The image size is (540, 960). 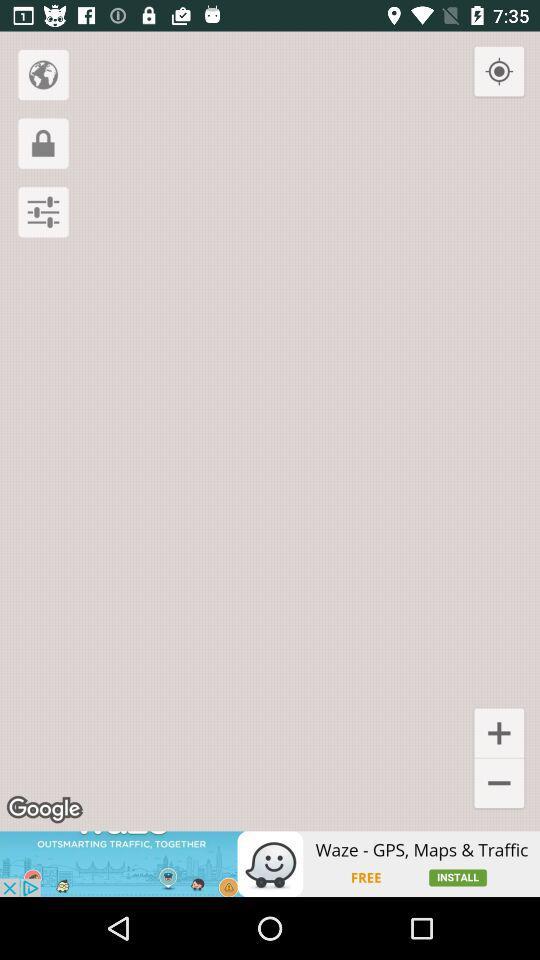 What do you see at coordinates (43, 142) in the screenshot?
I see `unlock` at bounding box center [43, 142].